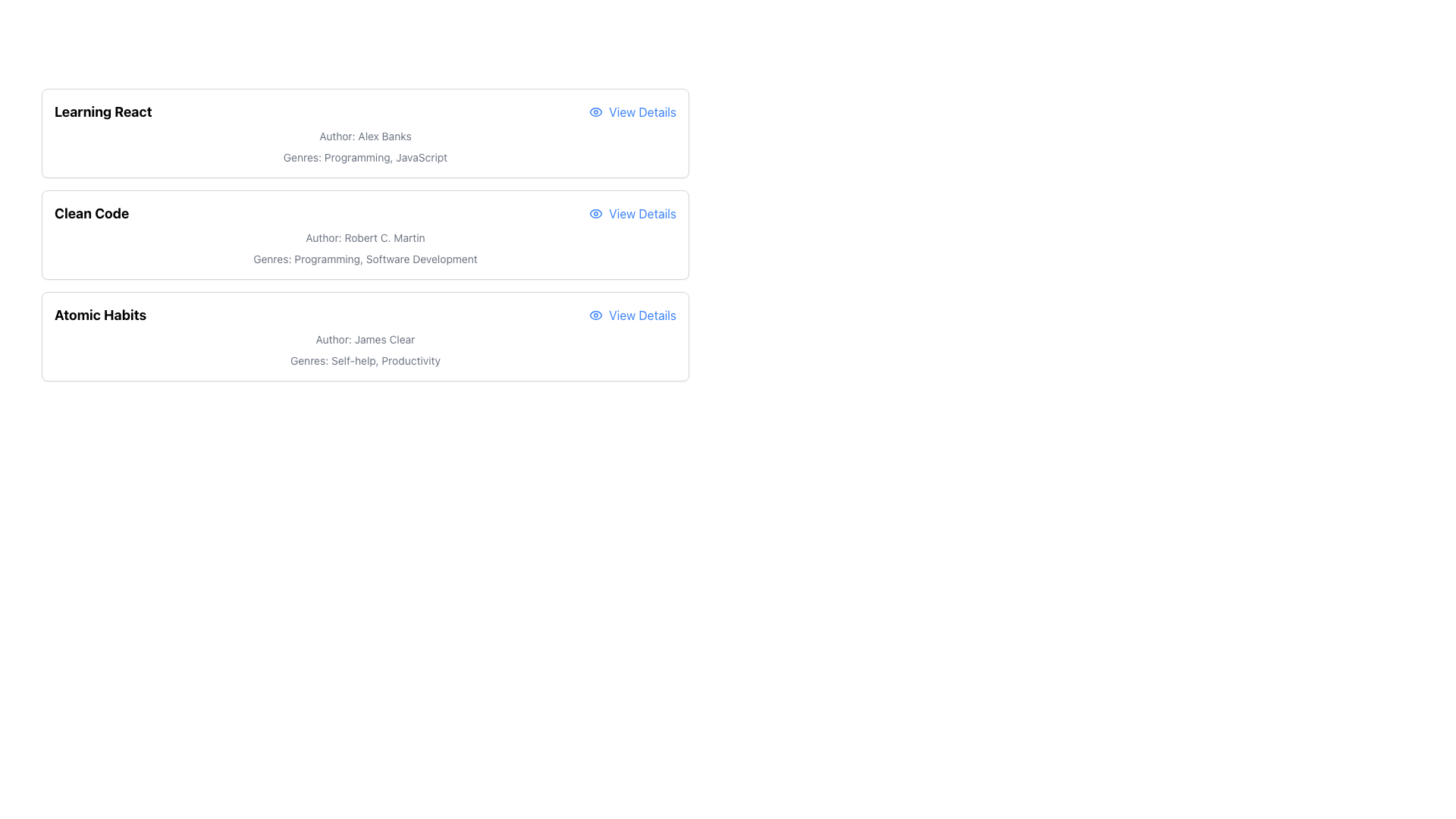 The image size is (1456, 819). Describe the element at coordinates (632, 315) in the screenshot. I see `the hyperlink icon for 'Atomic Habits'` at that location.